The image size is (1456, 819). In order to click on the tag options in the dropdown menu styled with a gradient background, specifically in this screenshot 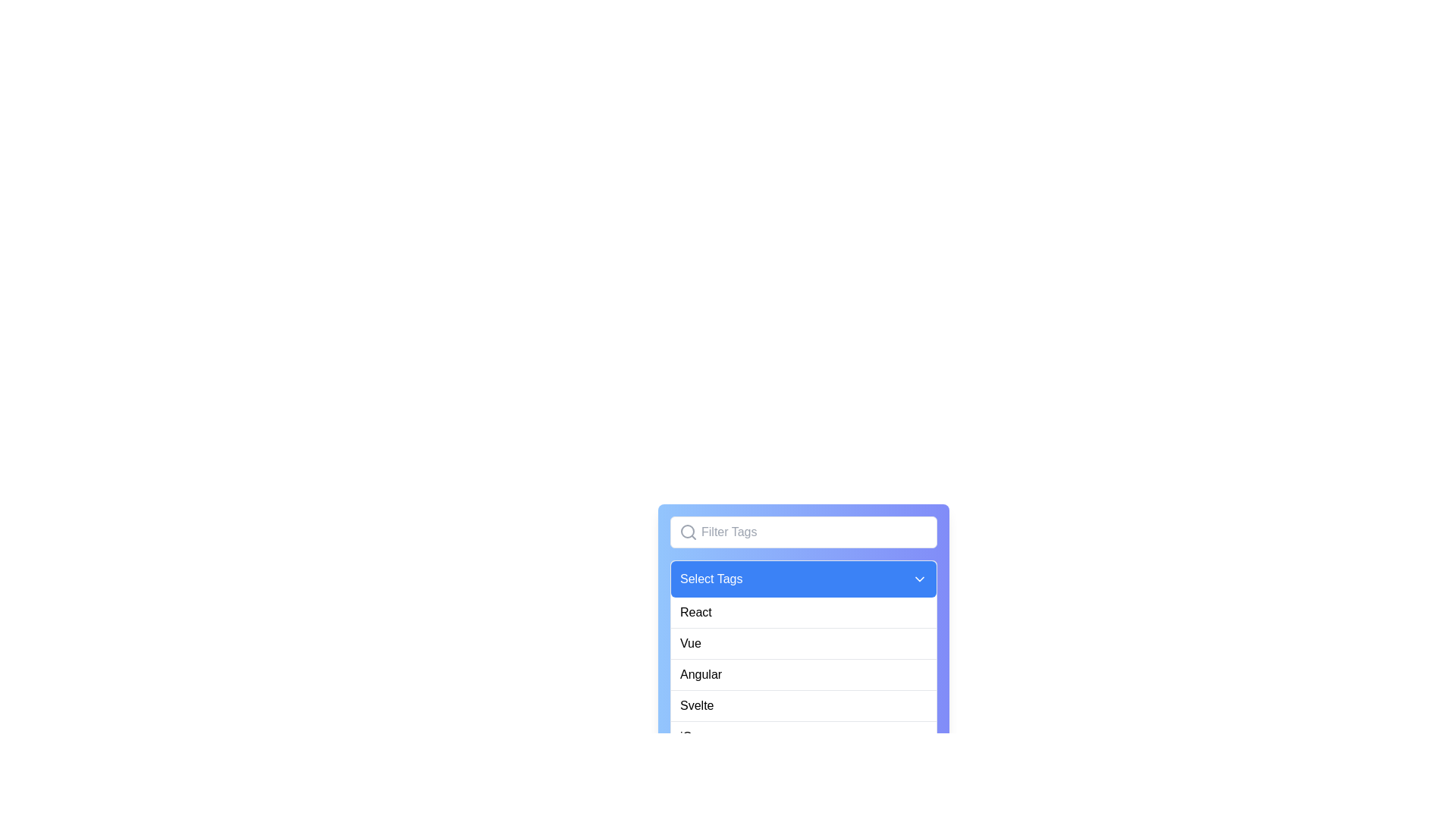, I will do `click(803, 649)`.